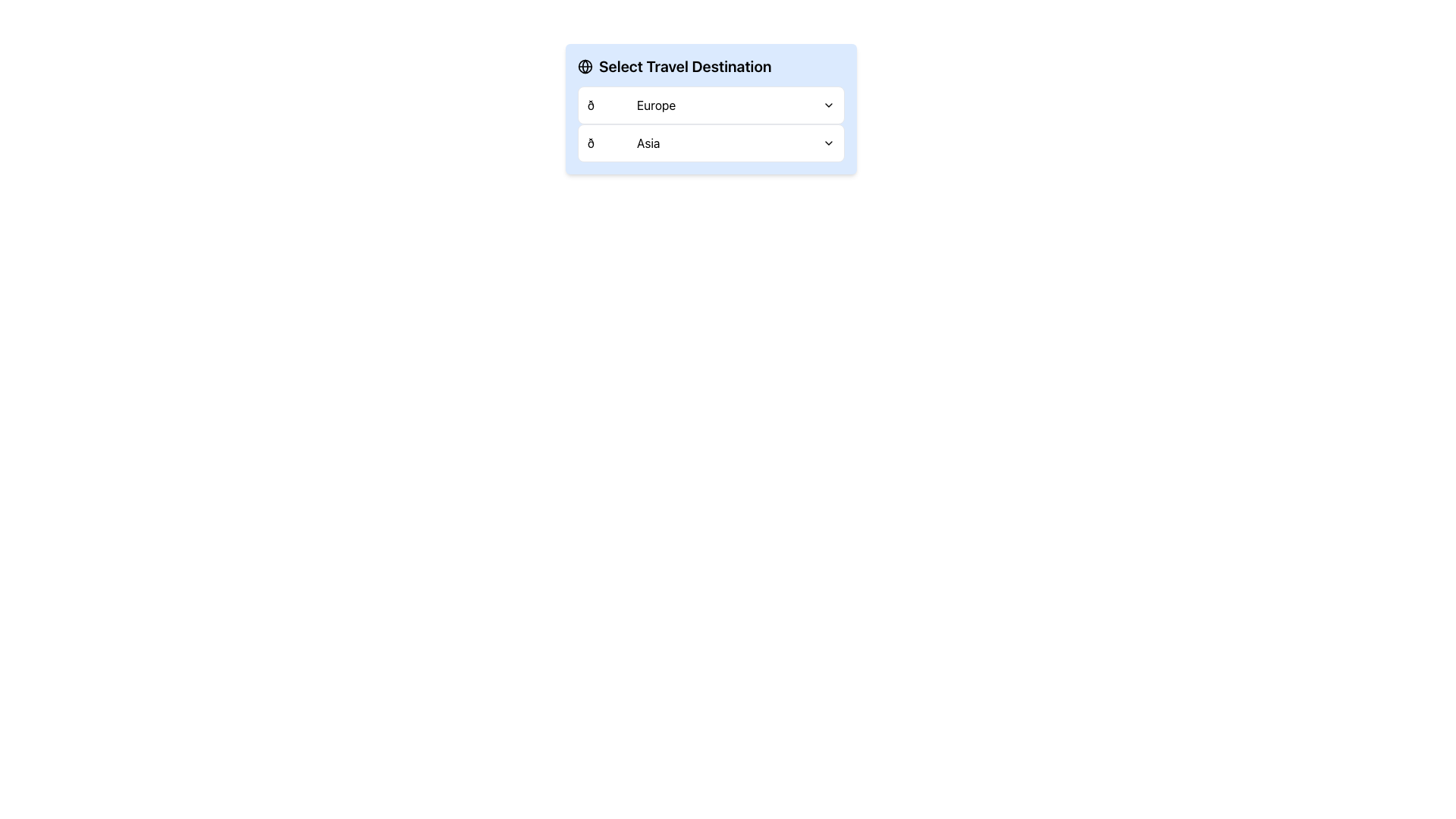 This screenshot has width=1456, height=819. Describe the element at coordinates (828, 143) in the screenshot. I see `the chevron-down icon located at the rightmost end of the 'Asia' row` at that location.